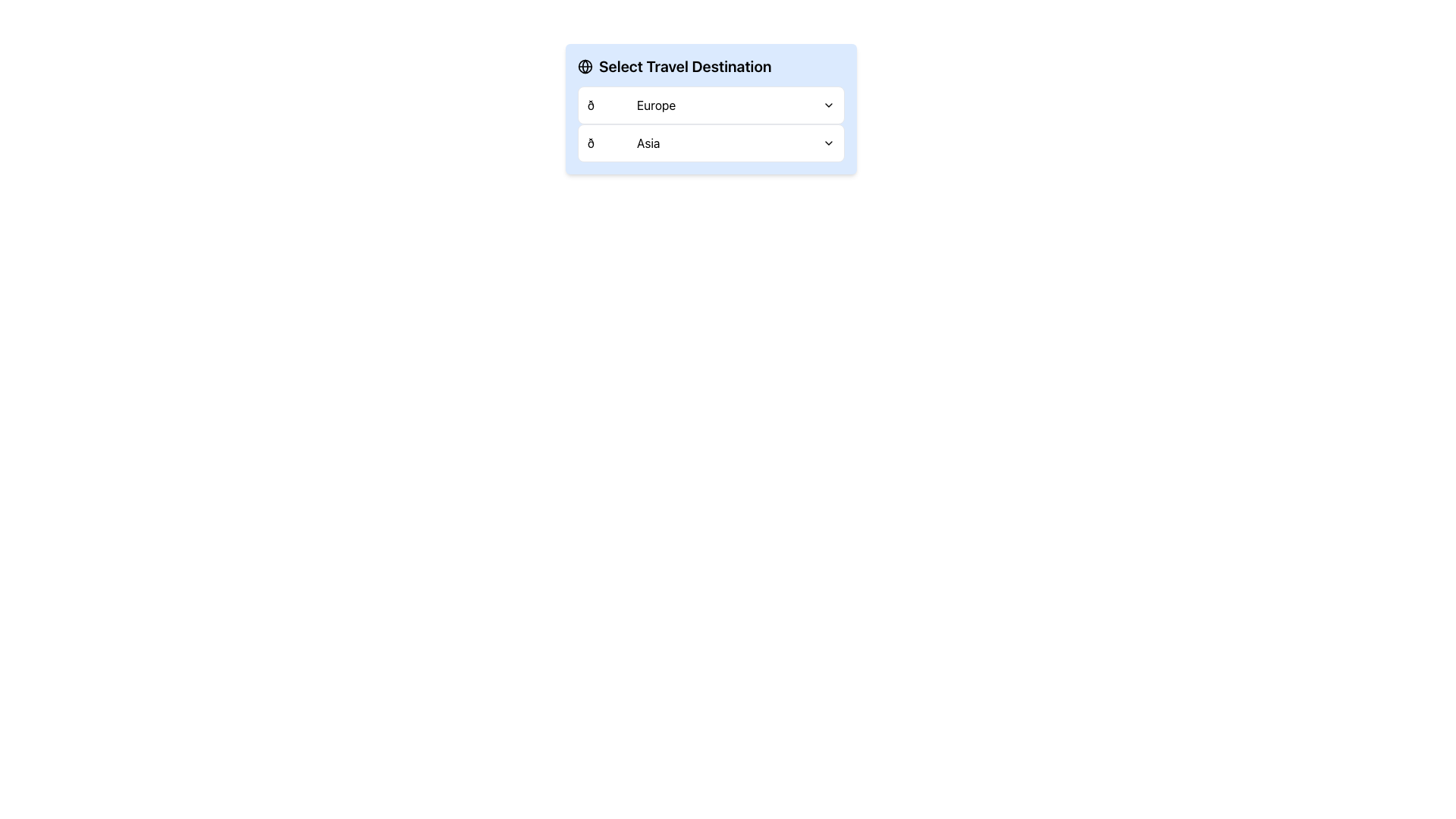 This screenshot has width=1456, height=819. Describe the element at coordinates (828, 143) in the screenshot. I see `the chevron-down icon located at the rightmost end of the 'Asia' row` at that location.